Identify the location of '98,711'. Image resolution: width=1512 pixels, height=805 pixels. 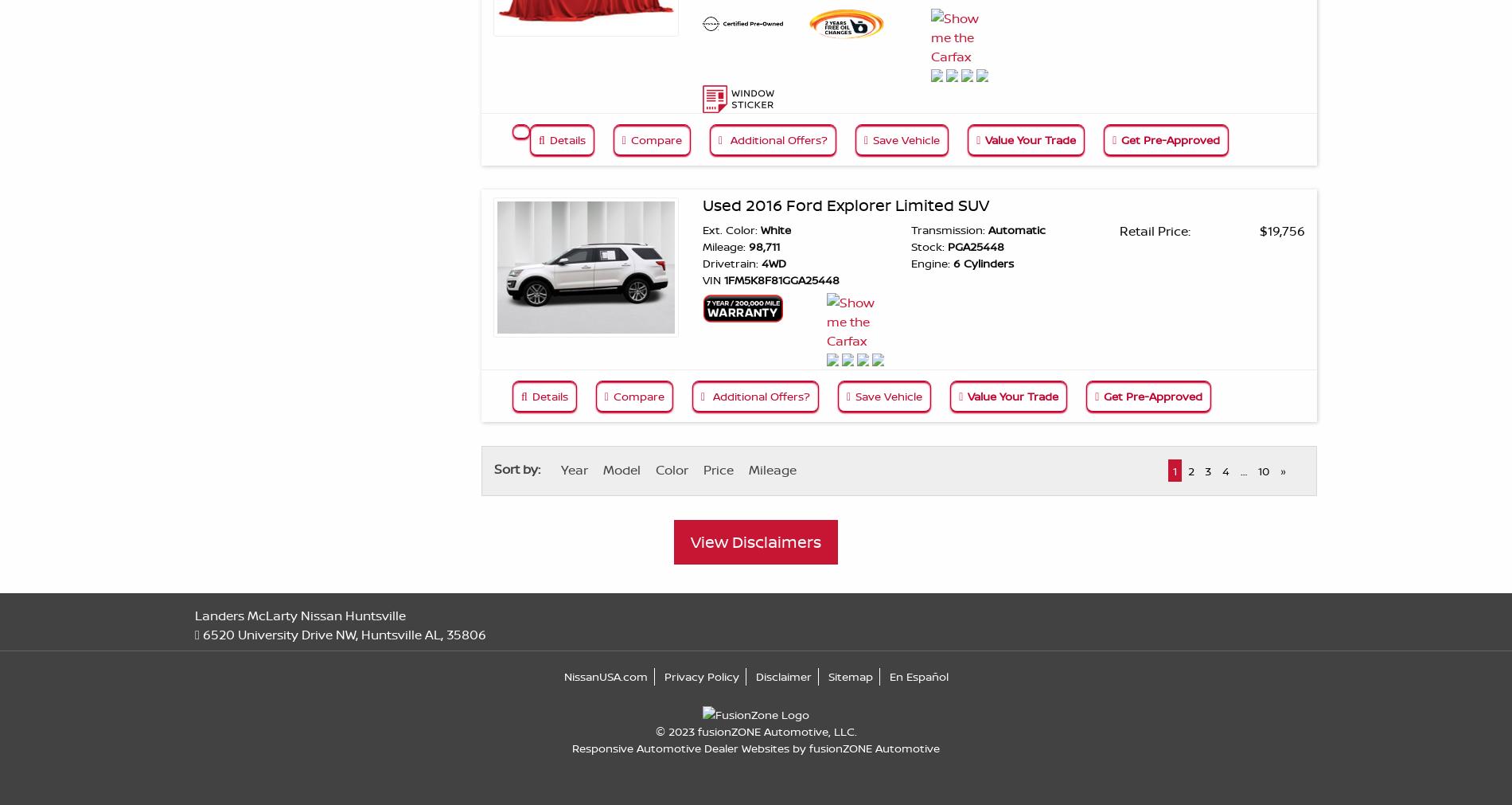
(762, 245).